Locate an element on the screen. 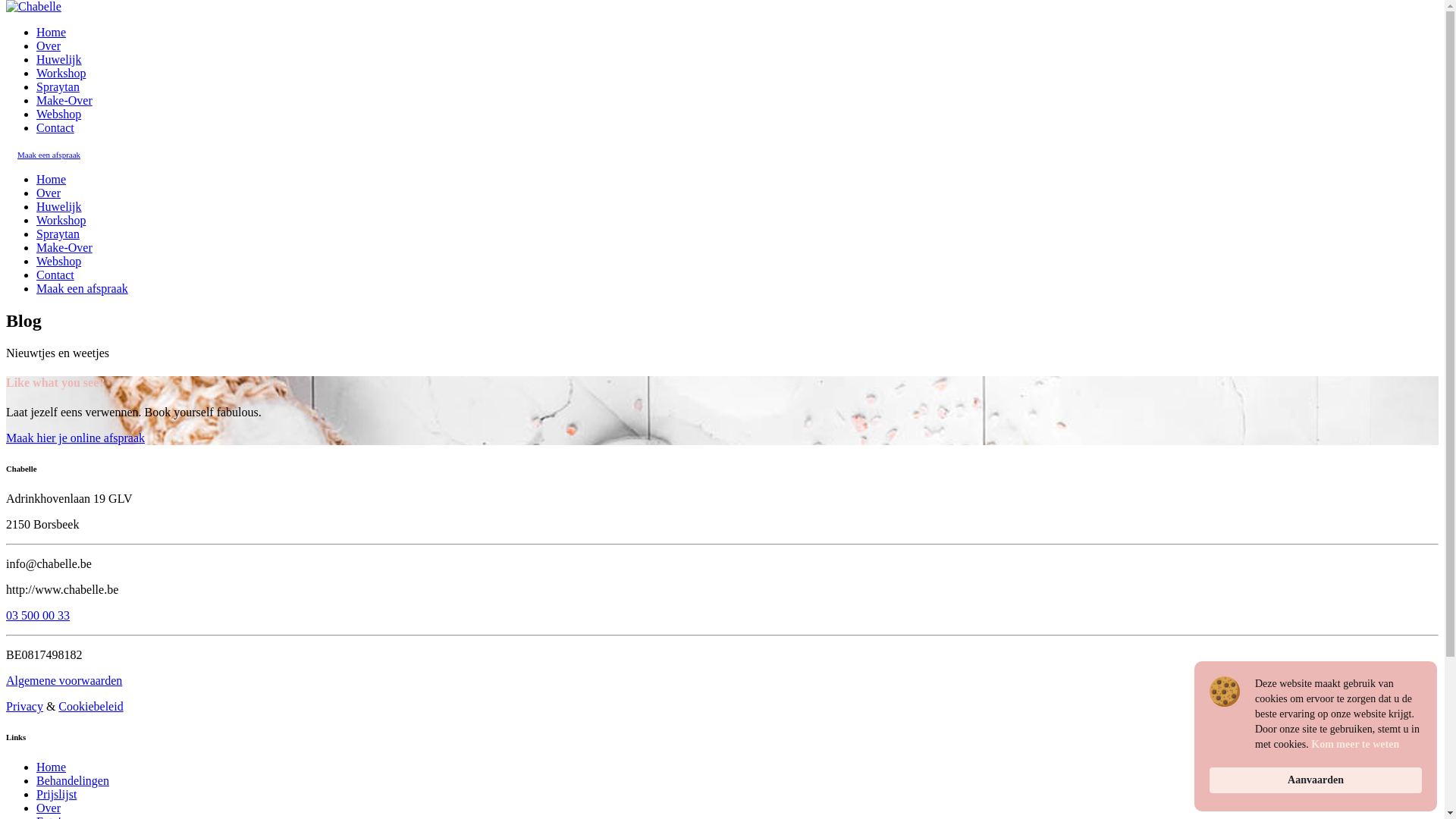 This screenshot has width=1456, height=819. 'Huwelijk' is located at coordinates (58, 206).